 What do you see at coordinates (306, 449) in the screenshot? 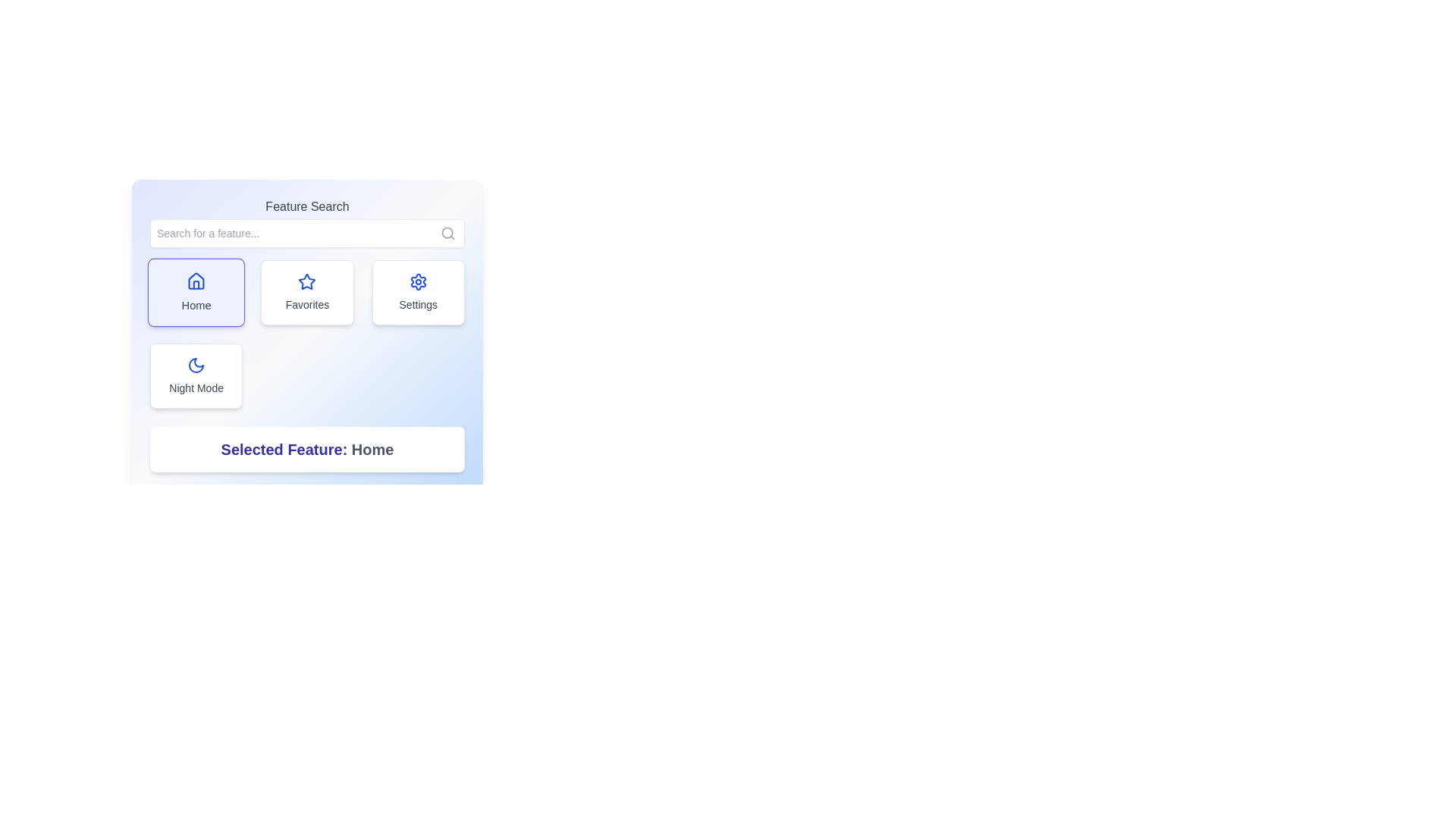
I see `the static text label element displaying 'Selected Feature: Home' which is styled in bold indigo font, located towards the bottom center of the interface` at bounding box center [306, 449].